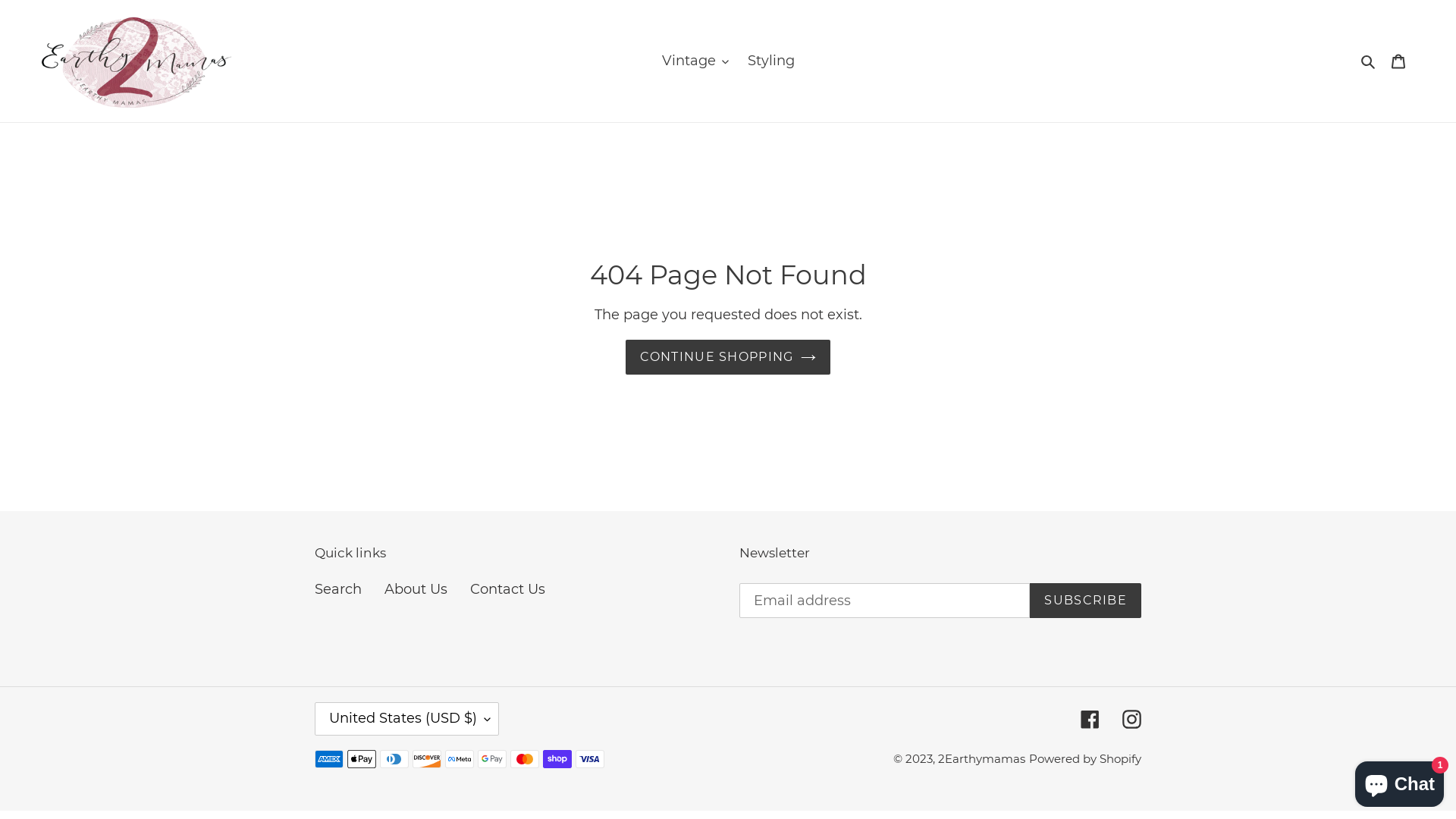 This screenshot has width=1456, height=819. What do you see at coordinates (1397, 60) in the screenshot?
I see `'Cart'` at bounding box center [1397, 60].